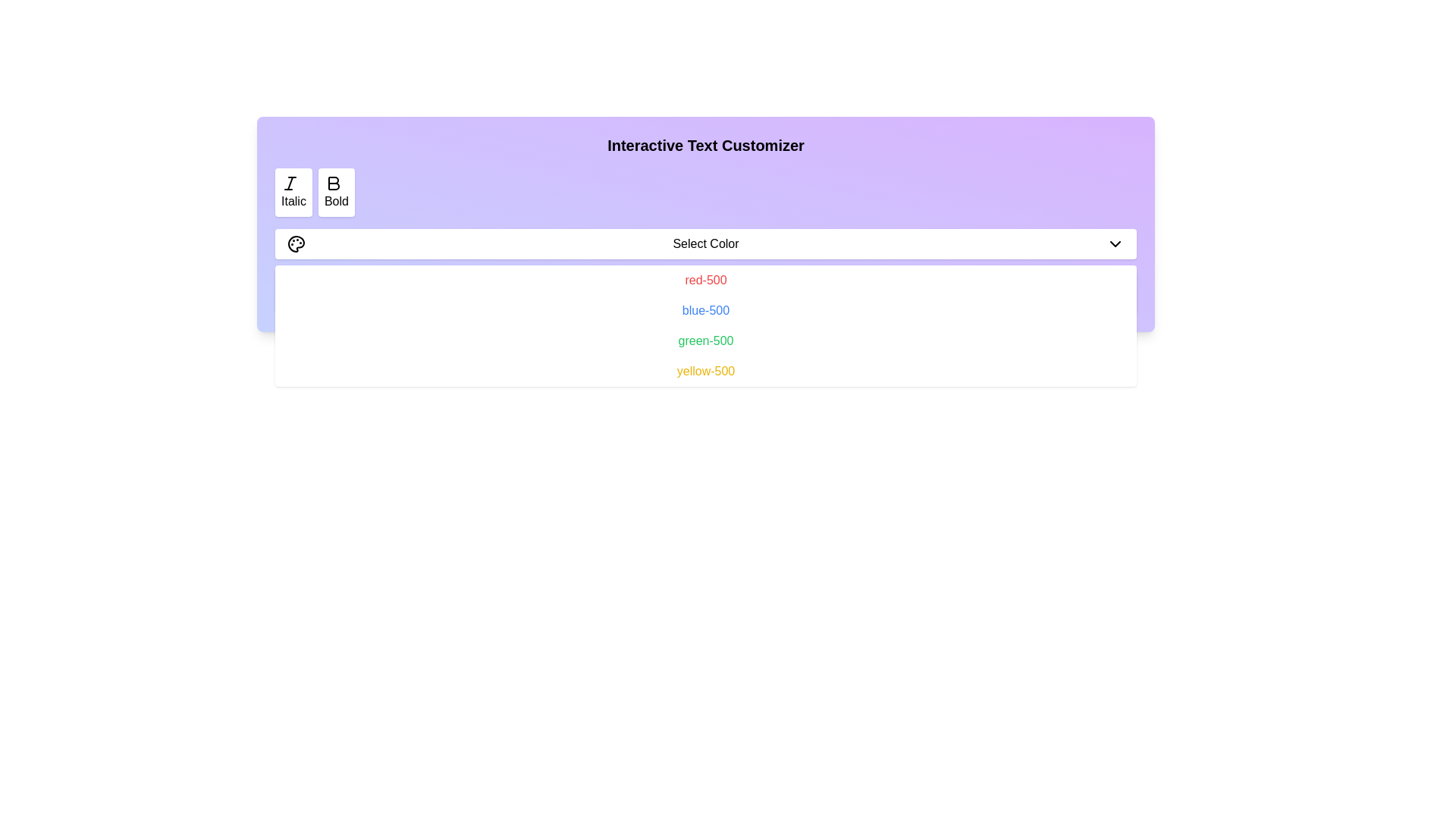 The height and width of the screenshot is (819, 1456). I want to click on the italicized 'I' icon within the 'Italic' button, so click(290, 183).